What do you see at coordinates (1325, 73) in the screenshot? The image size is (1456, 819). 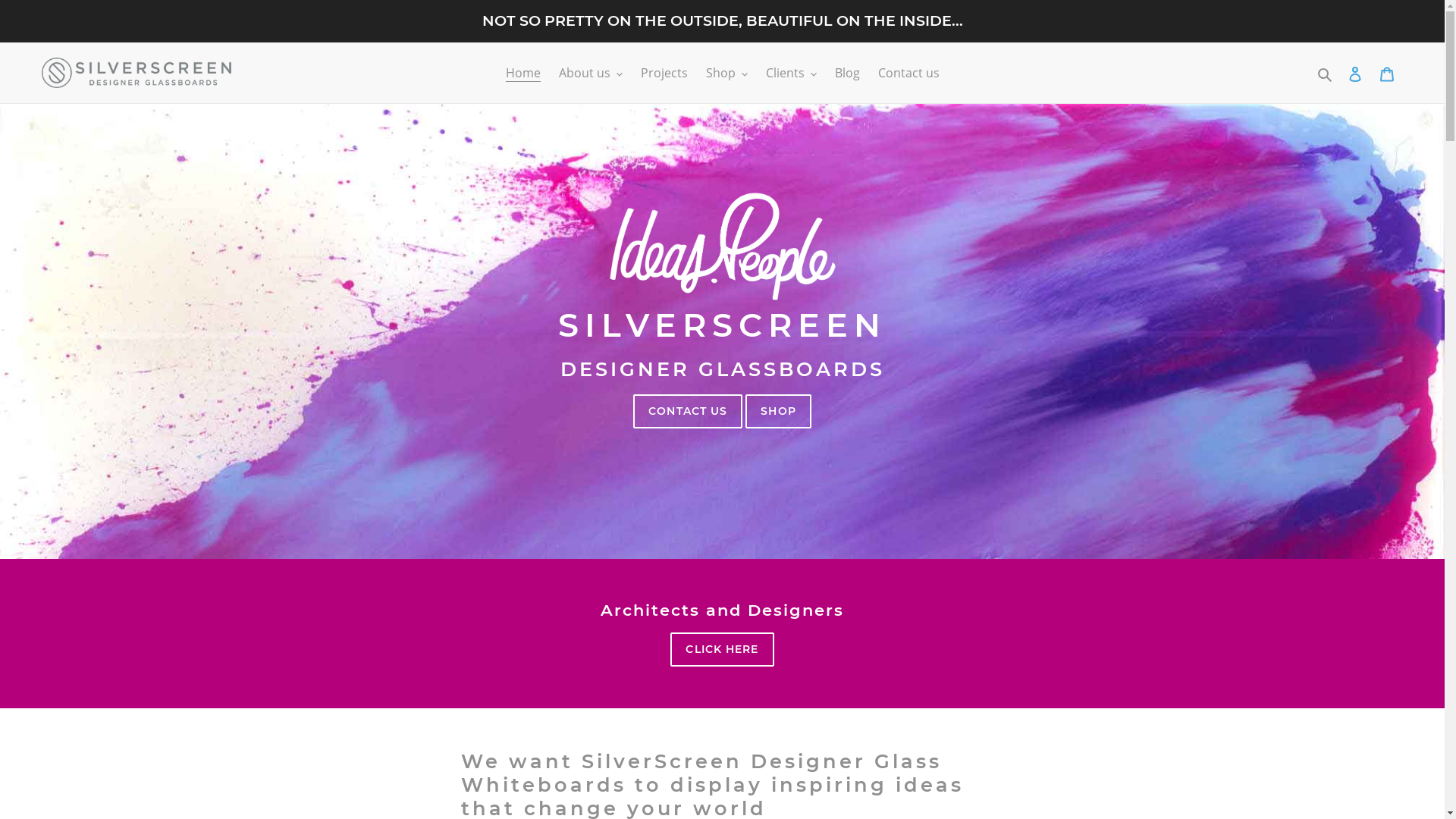 I see `'Search'` at bounding box center [1325, 73].